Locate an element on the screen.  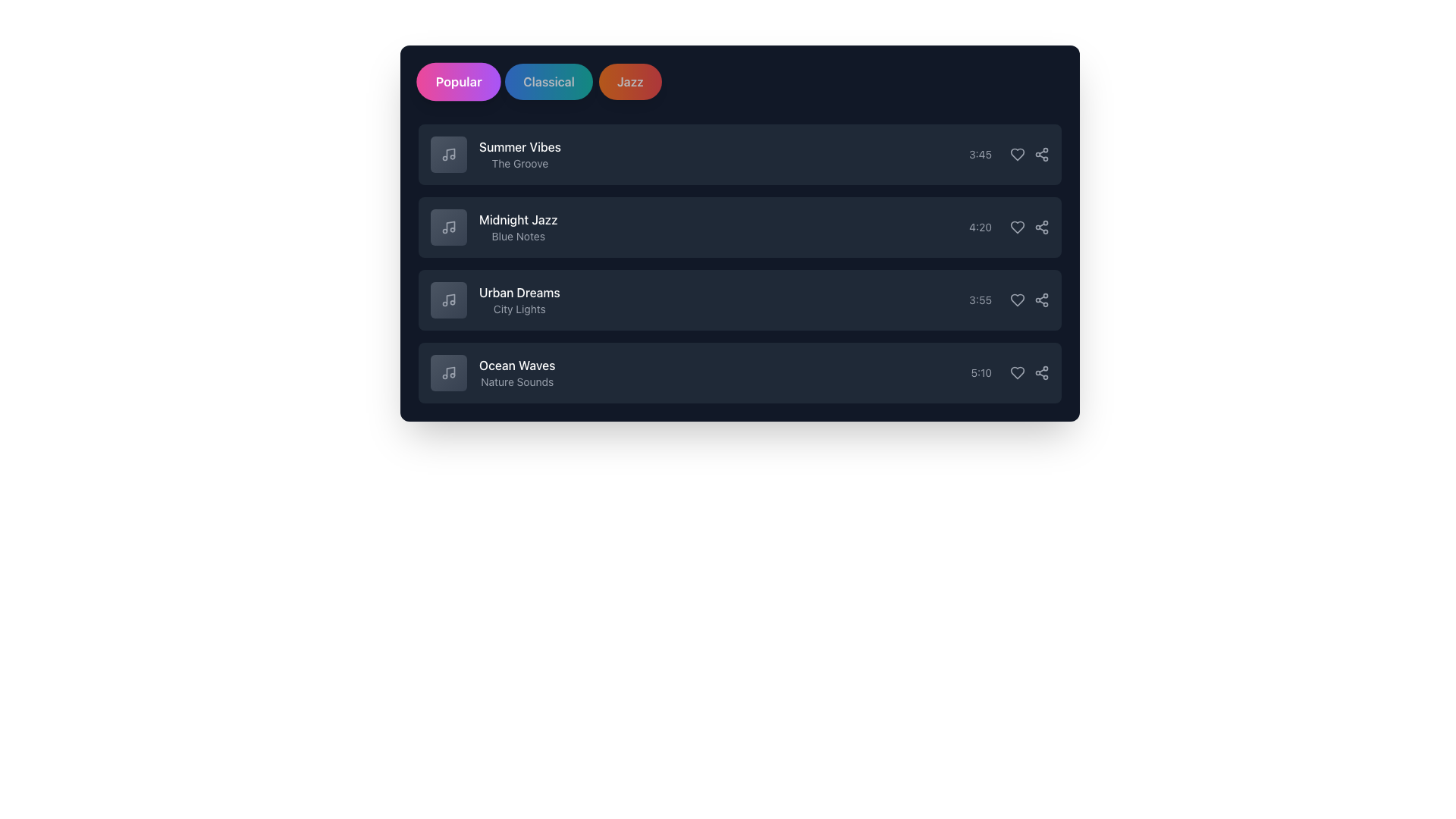
the 'like' or 'favorite' button located in the second row of the playlist interface is located at coordinates (1018, 227).